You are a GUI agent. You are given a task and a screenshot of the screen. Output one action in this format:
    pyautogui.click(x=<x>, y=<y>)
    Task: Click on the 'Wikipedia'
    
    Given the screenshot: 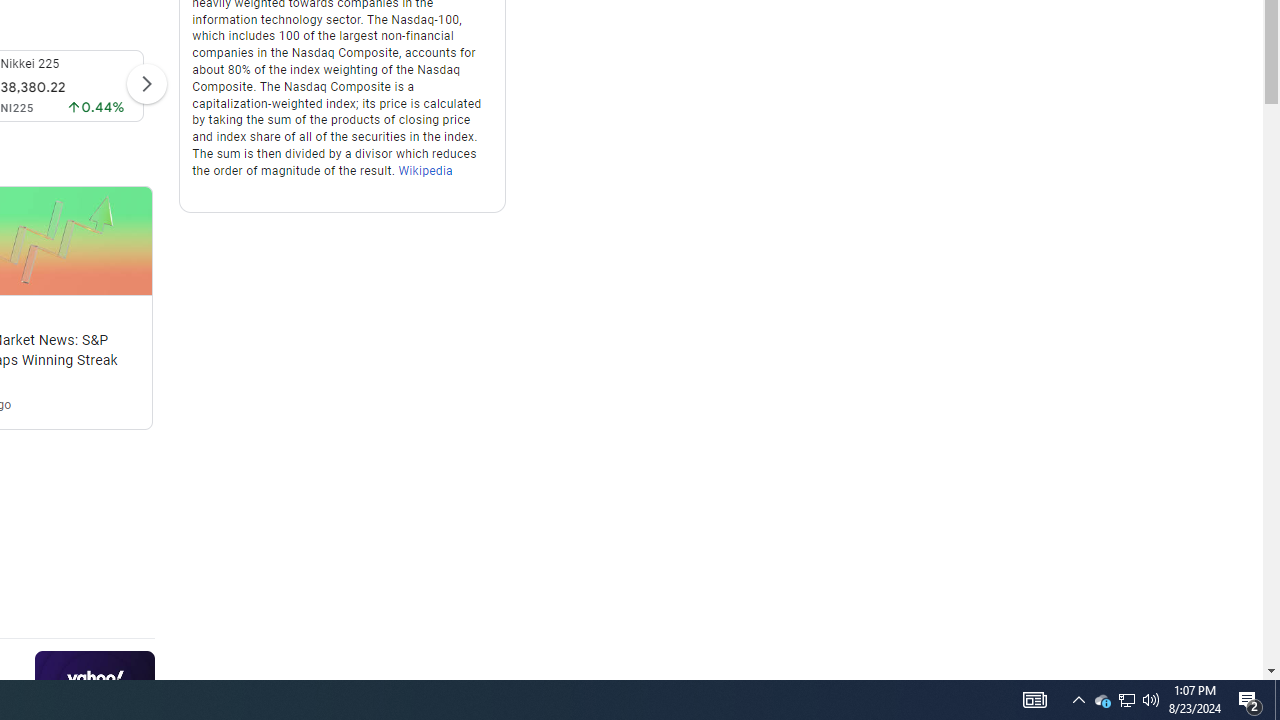 What is the action you would take?
    pyautogui.click(x=424, y=169)
    